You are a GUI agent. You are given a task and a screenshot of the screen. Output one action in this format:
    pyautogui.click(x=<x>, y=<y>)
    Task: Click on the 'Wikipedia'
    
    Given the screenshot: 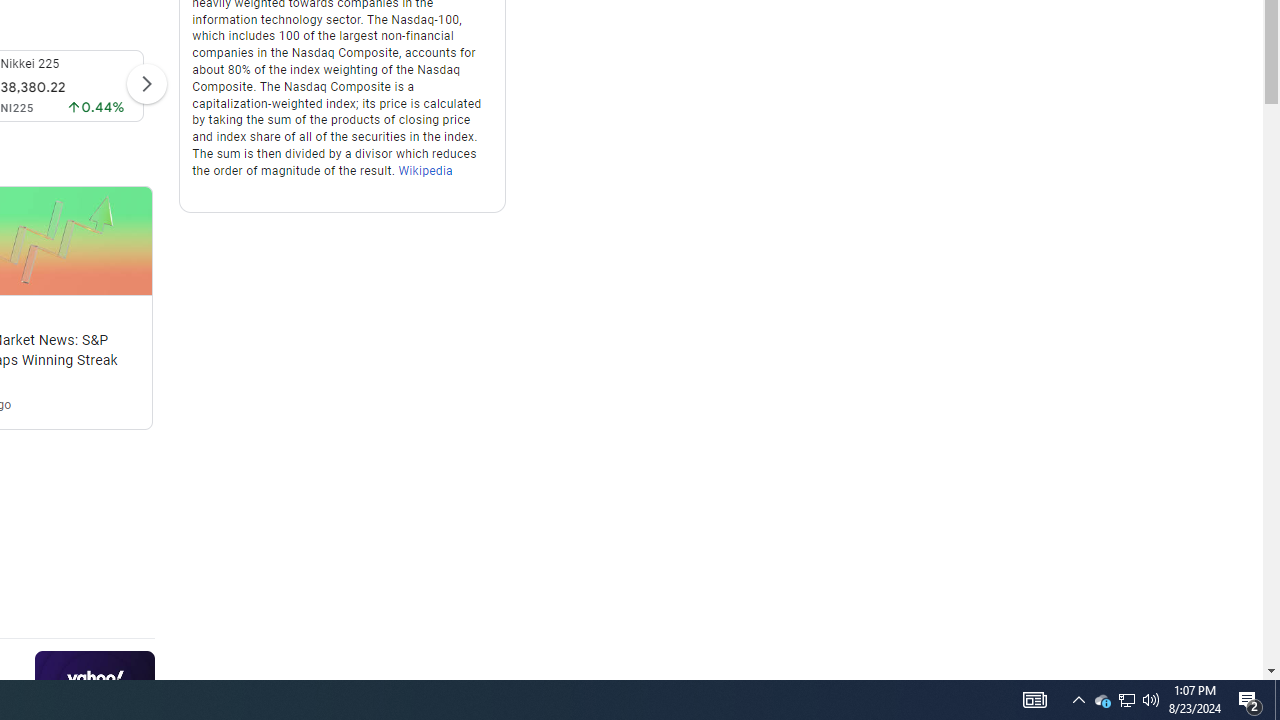 What is the action you would take?
    pyautogui.click(x=424, y=169)
    